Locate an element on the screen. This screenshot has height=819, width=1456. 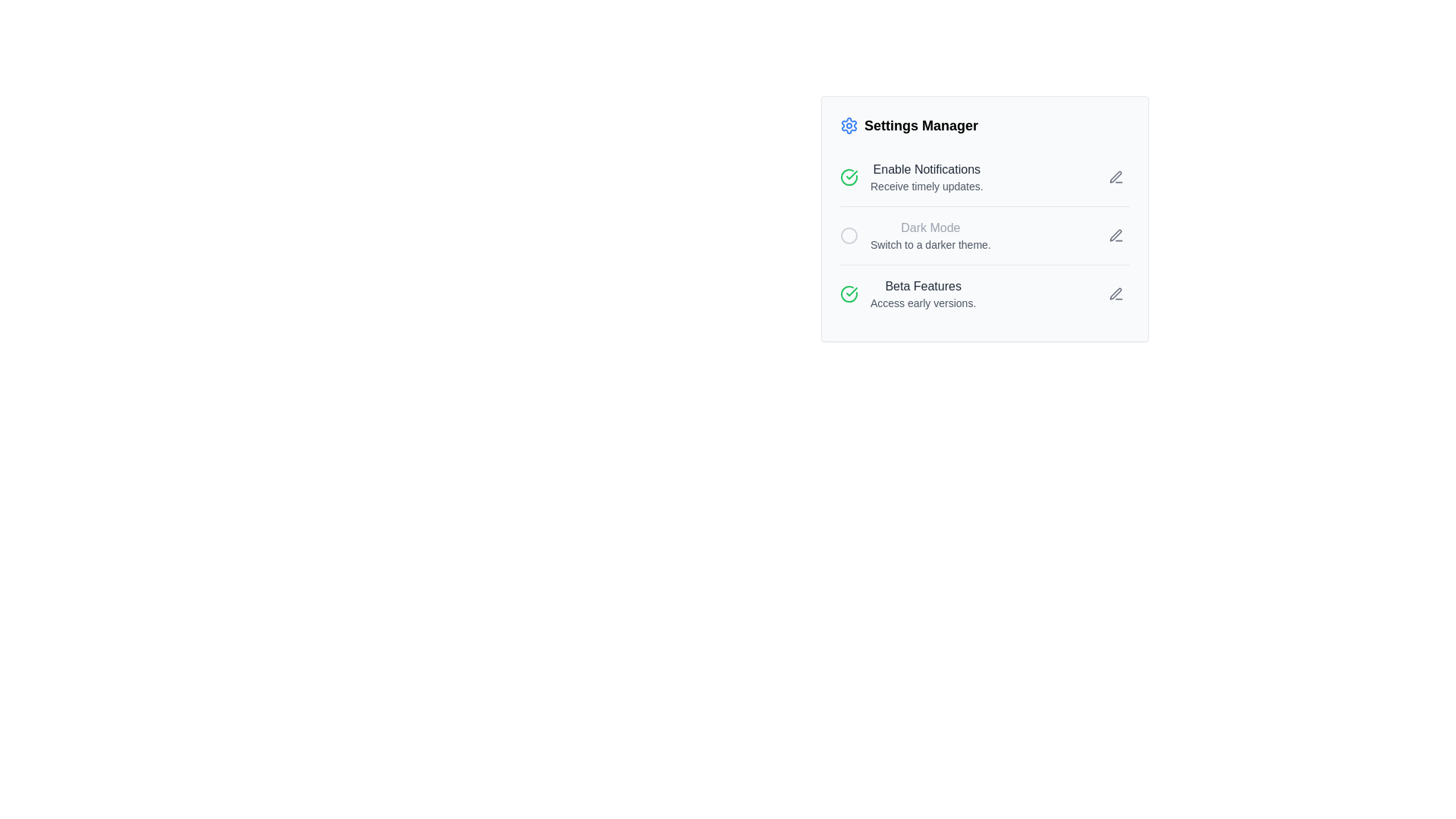
the pen icon located at the far right of the 'Enable Notifications' section to modify the notification settings is located at coordinates (1116, 177).